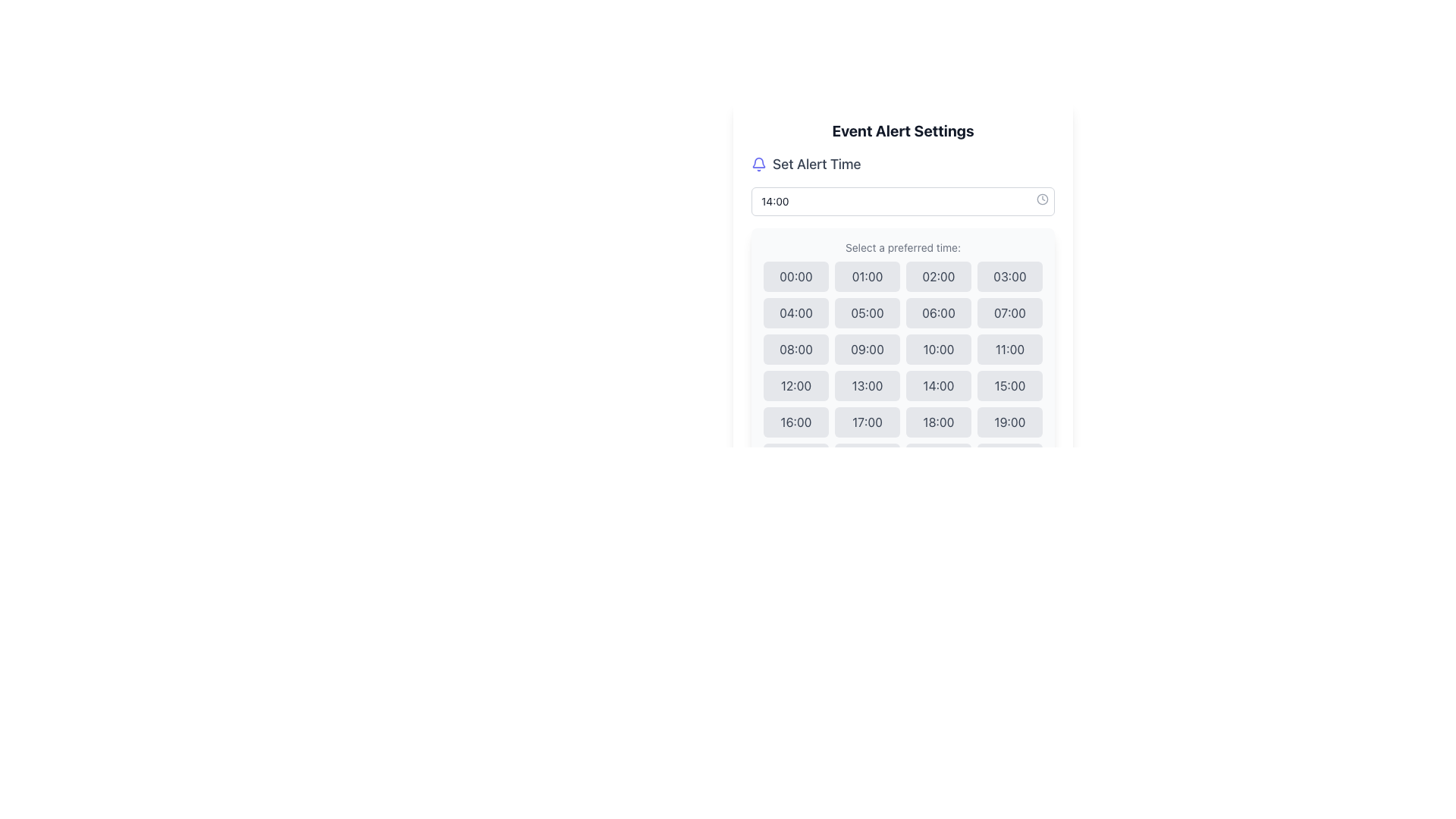 The height and width of the screenshot is (819, 1456). What do you see at coordinates (902, 368) in the screenshot?
I see `the interactive grid buttons arranged in four columns and multiple rows` at bounding box center [902, 368].